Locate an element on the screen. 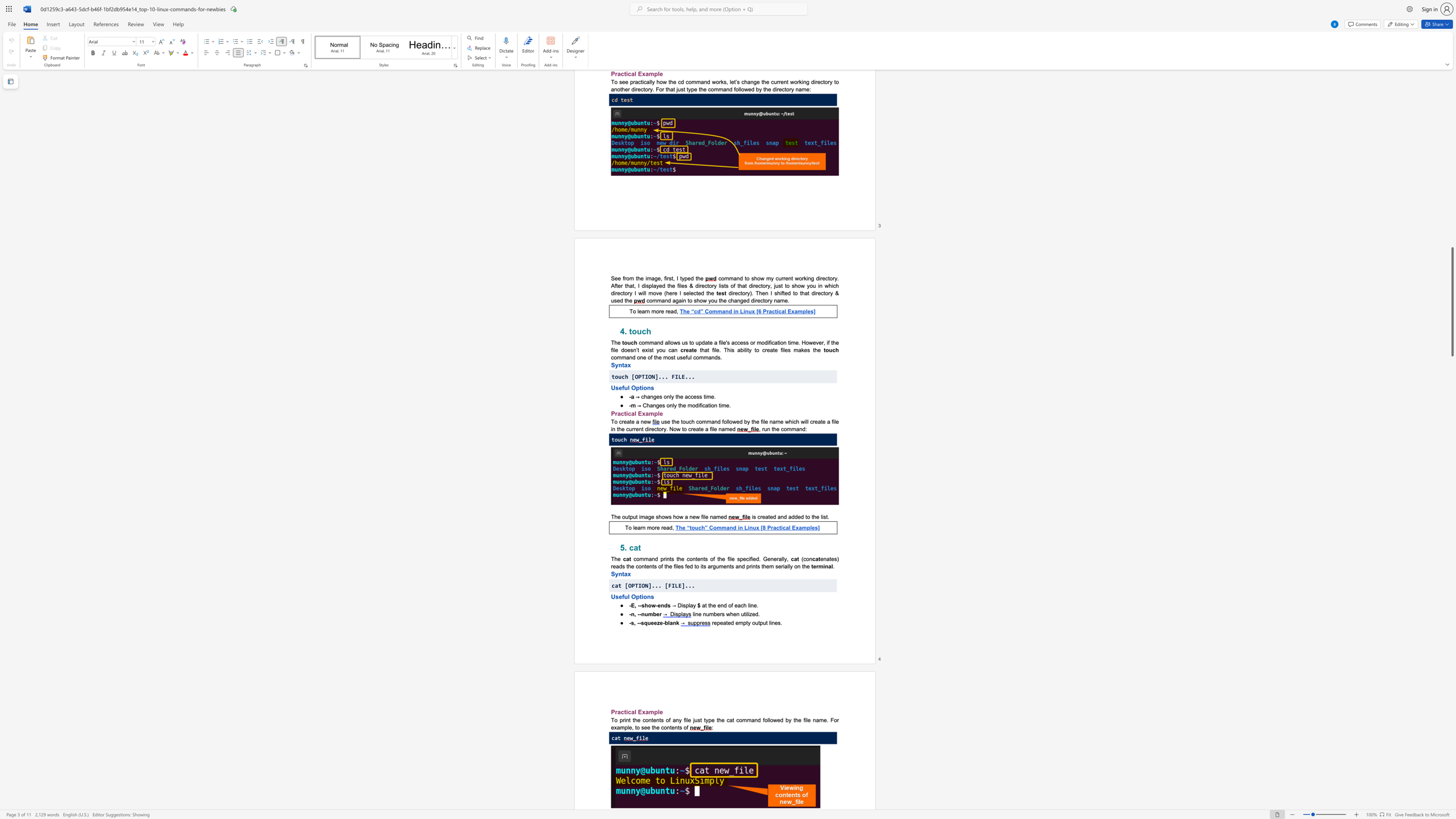 The image size is (1456, 819). the subset text "nd added to the list" within the text "is created and added to the list." is located at coordinates (780, 517).